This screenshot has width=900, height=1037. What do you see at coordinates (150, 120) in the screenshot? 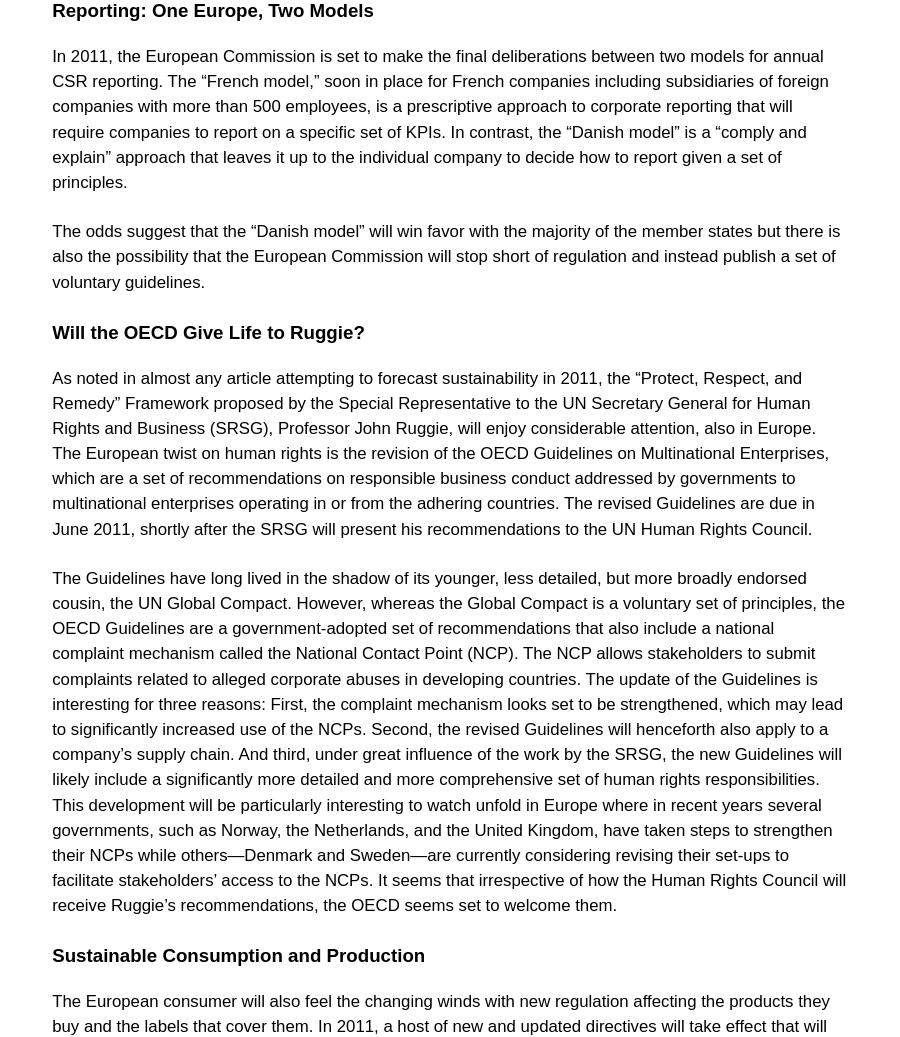
I see `'Transform to Net Zero'` at bounding box center [150, 120].